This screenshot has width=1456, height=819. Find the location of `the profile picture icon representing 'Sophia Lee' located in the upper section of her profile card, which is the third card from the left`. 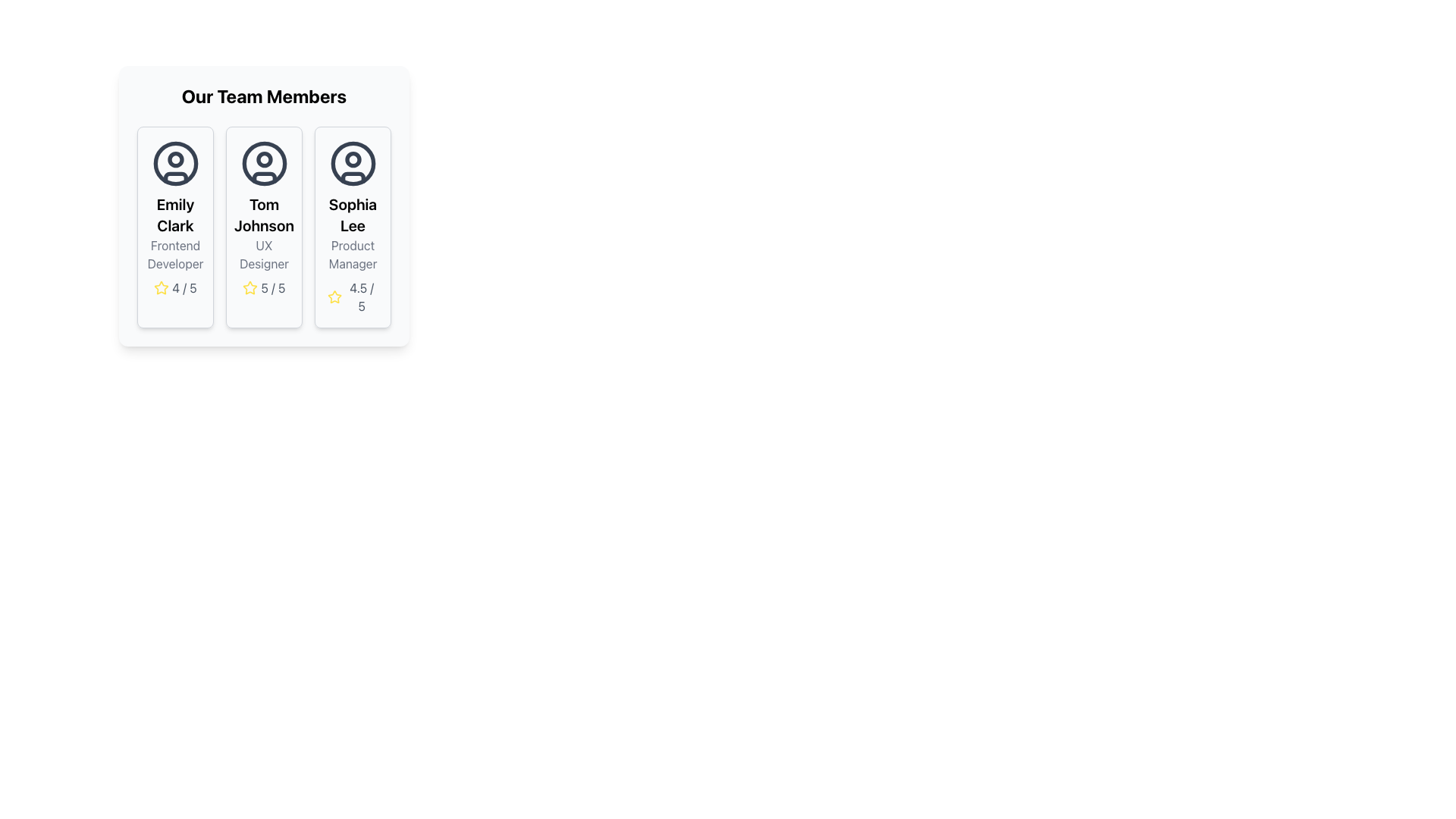

the profile picture icon representing 'Sophia Lee' located in the upper section of her profile card, which is the third card from the left is located at coordinates (352, 164).